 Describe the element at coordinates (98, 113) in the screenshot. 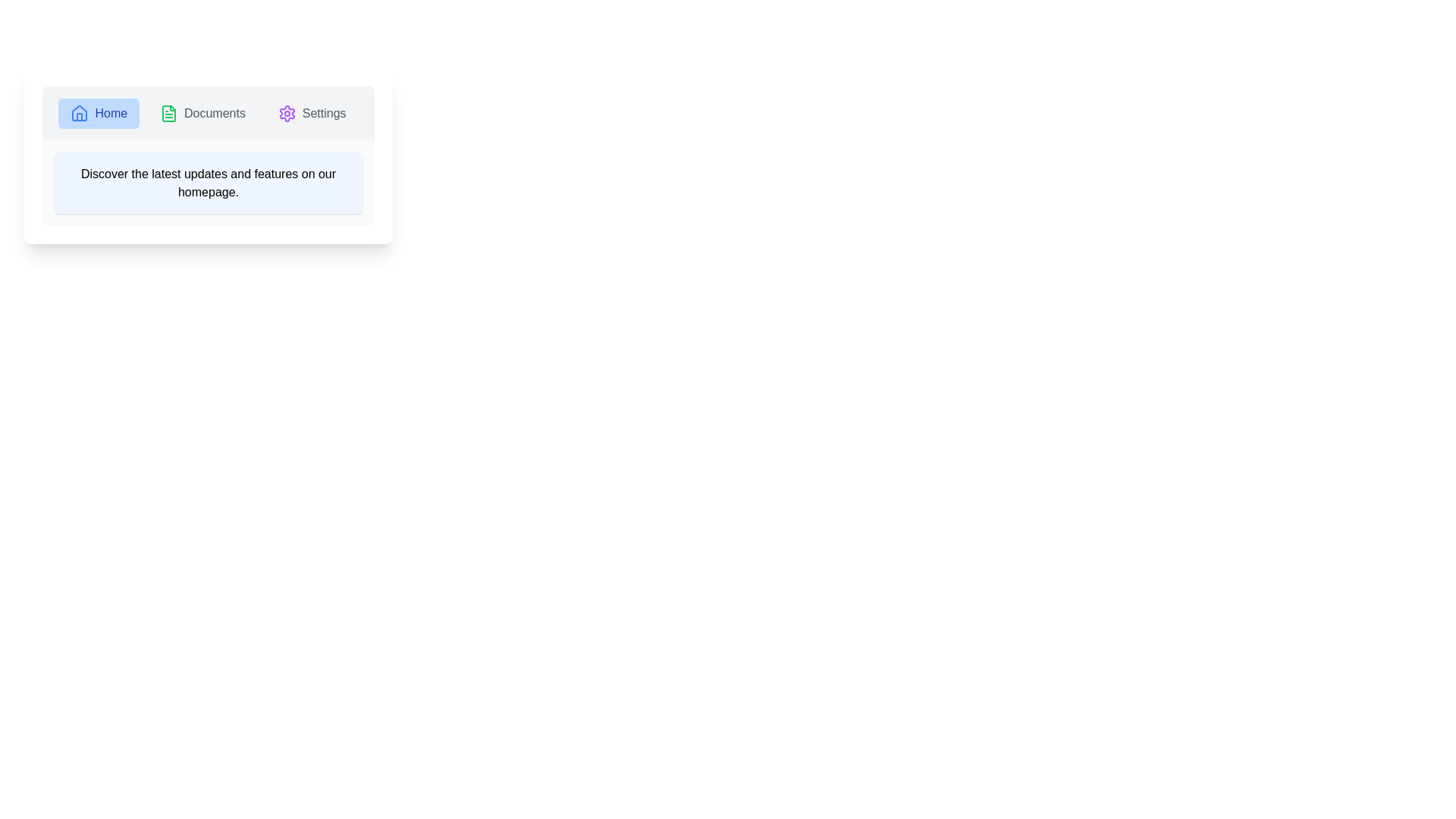

I see `the Home tab by clicking on it` at that location.